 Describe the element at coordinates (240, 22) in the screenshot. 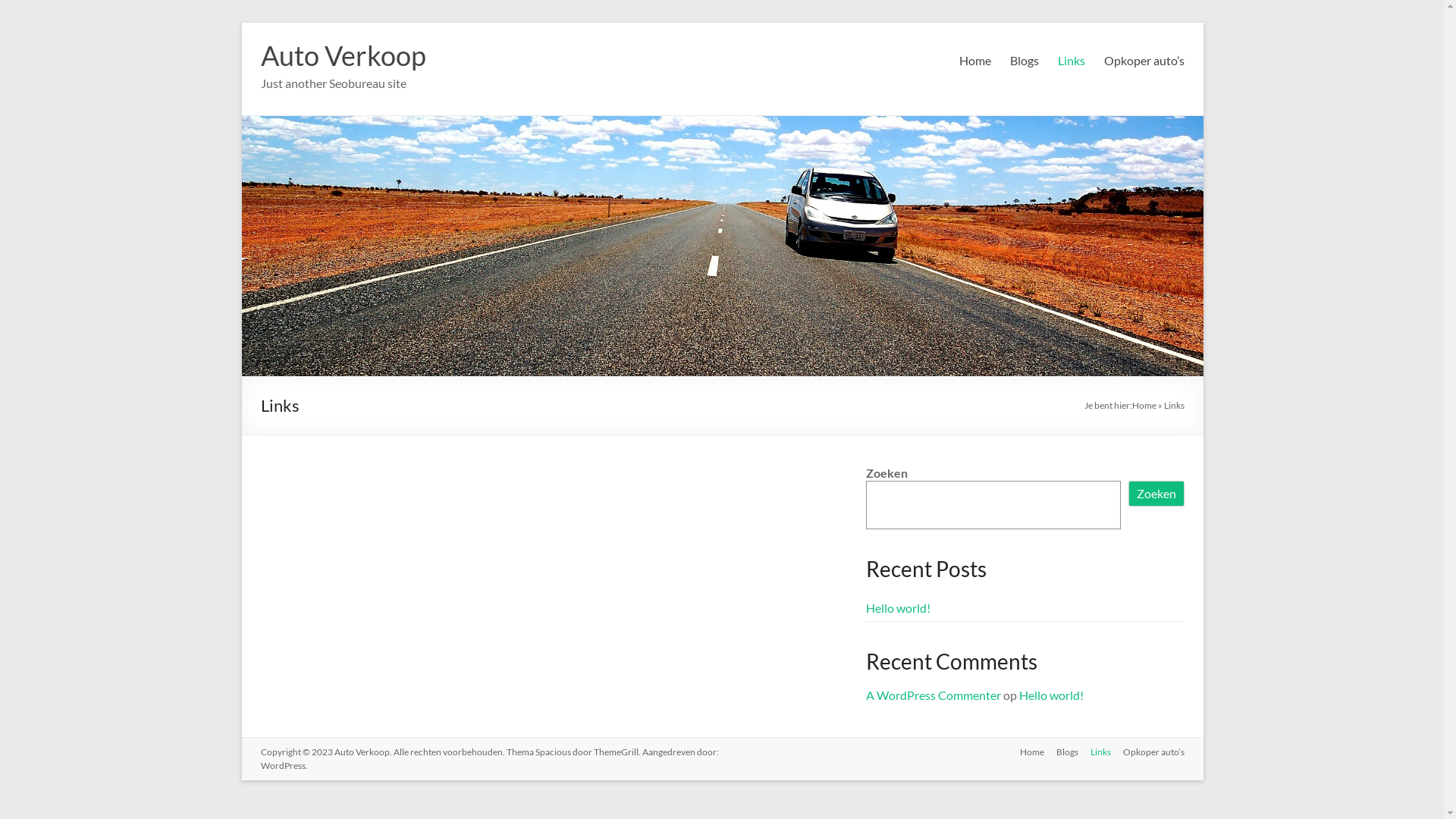

I see `'Ga naar inhoud'` at that location.